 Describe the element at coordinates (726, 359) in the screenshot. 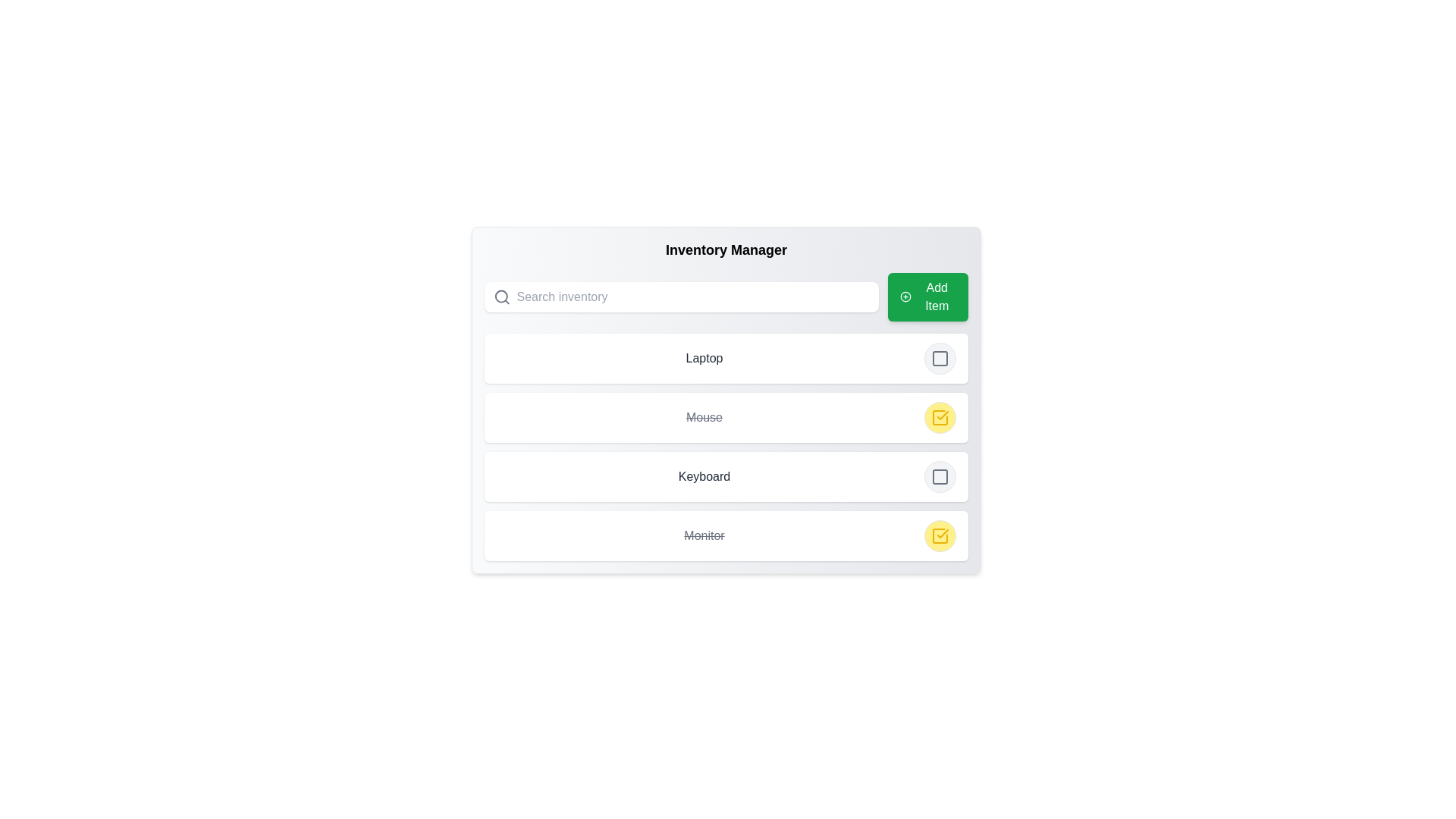

I see `the inventory item labeled 'Laptop'` at that location.